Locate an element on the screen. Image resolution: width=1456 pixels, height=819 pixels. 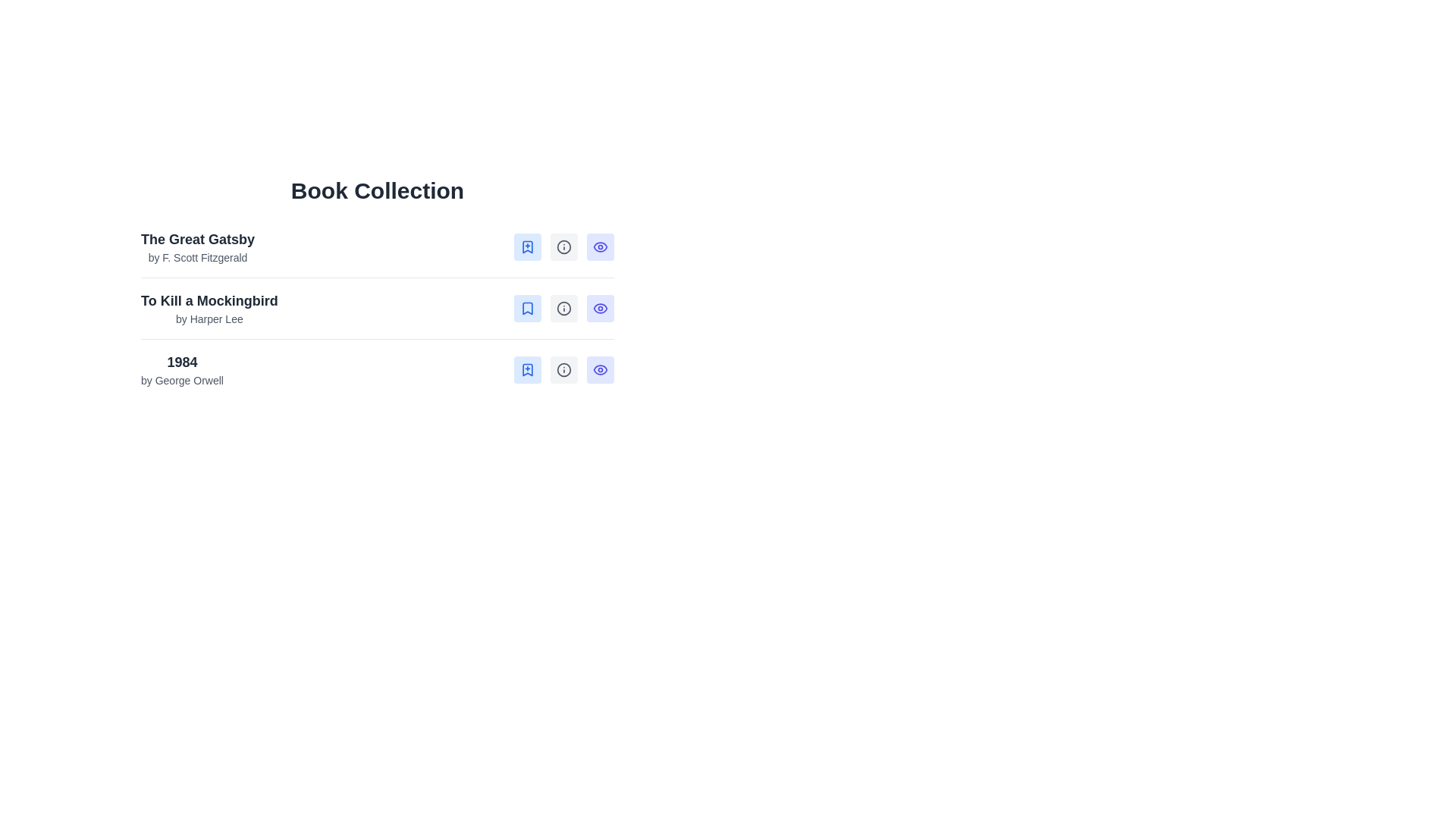
the text label displaying 'by F. Scott Fitzgerald', which is styled in a smaller gray font and positioned beneath the main title 'The Great Gatsby' is located at coordinates (196, 256).